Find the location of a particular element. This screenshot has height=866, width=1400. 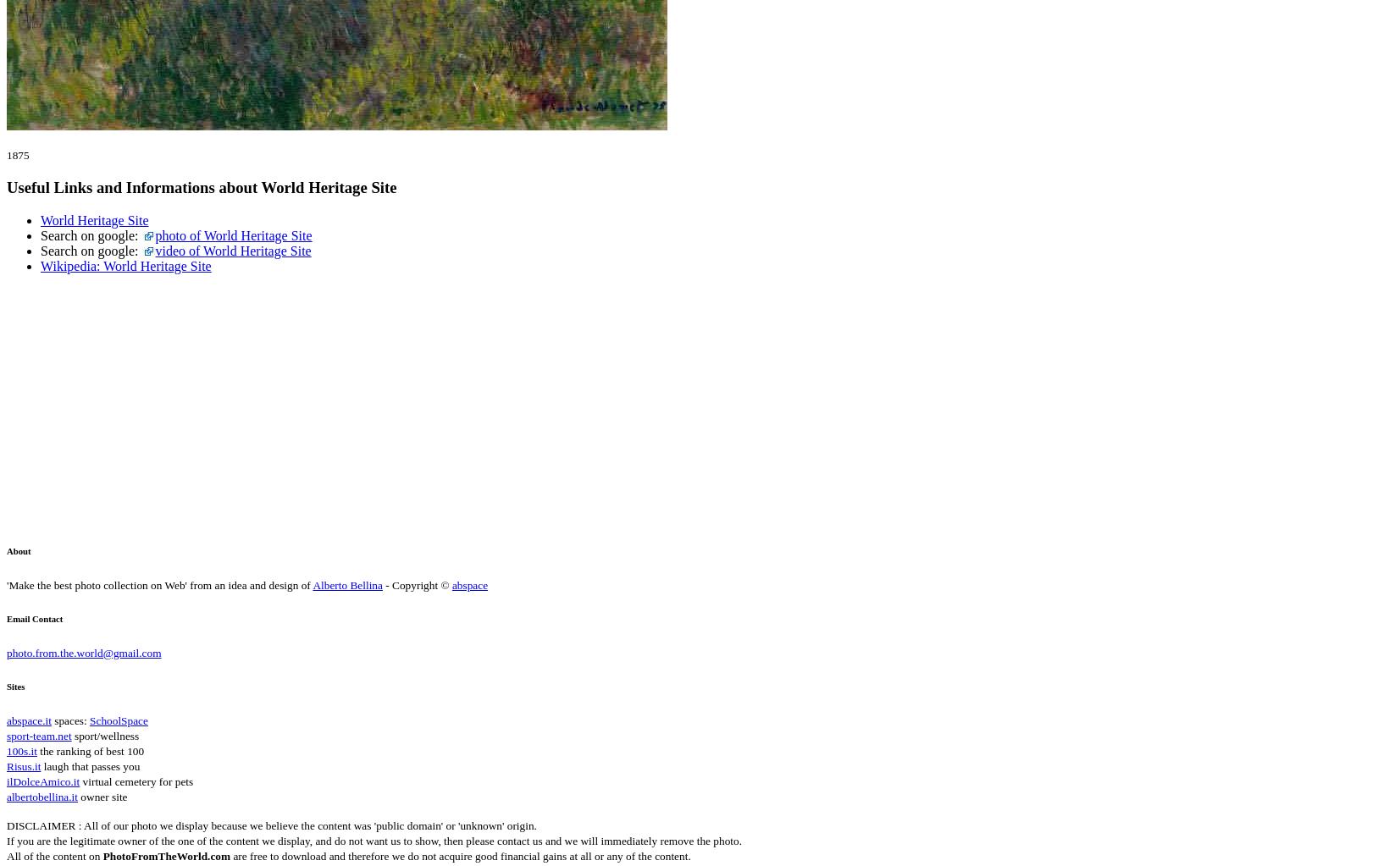

'owner site' is located at coordinates (101, 795).